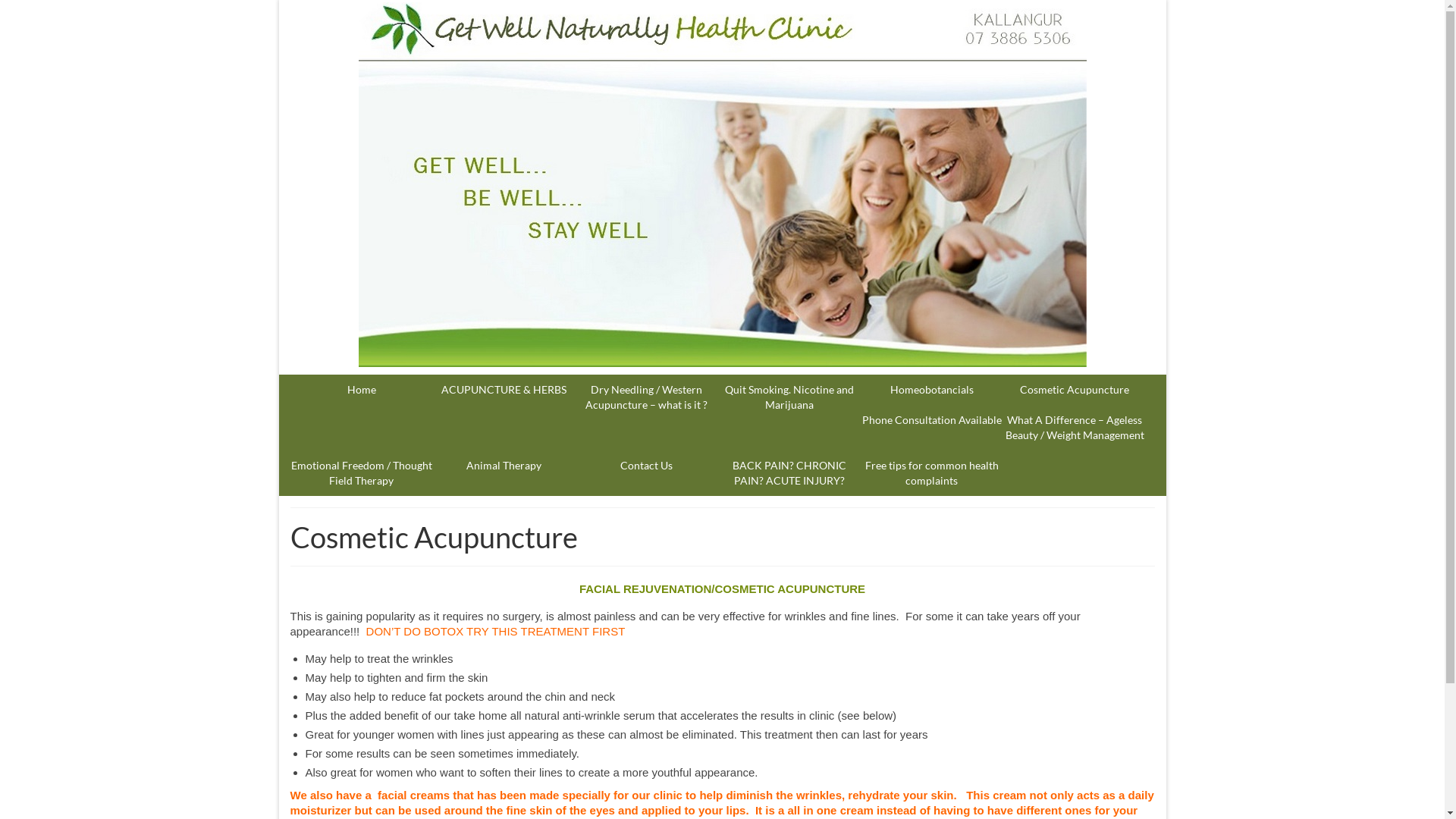  What do you see at coordinates (1073, 388) in the screenshot?
I see `'Cosmetic Acupuncture'` at bounding box center [1073, 388].